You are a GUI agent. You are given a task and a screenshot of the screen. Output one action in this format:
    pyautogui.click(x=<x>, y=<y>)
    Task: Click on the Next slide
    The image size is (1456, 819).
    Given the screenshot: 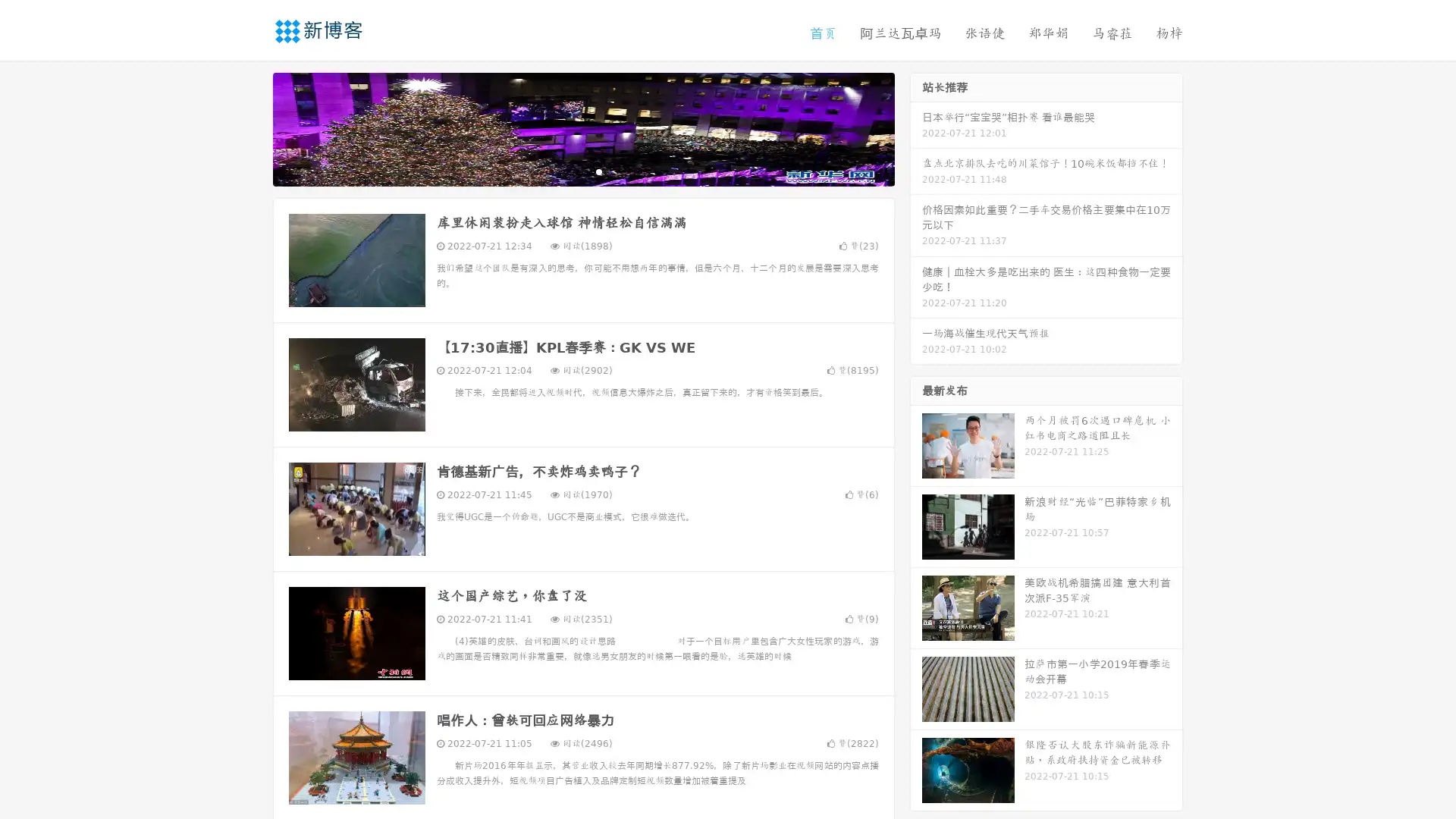 What is the action you would take?
    pyautogui.click(x=916, y=127)
    